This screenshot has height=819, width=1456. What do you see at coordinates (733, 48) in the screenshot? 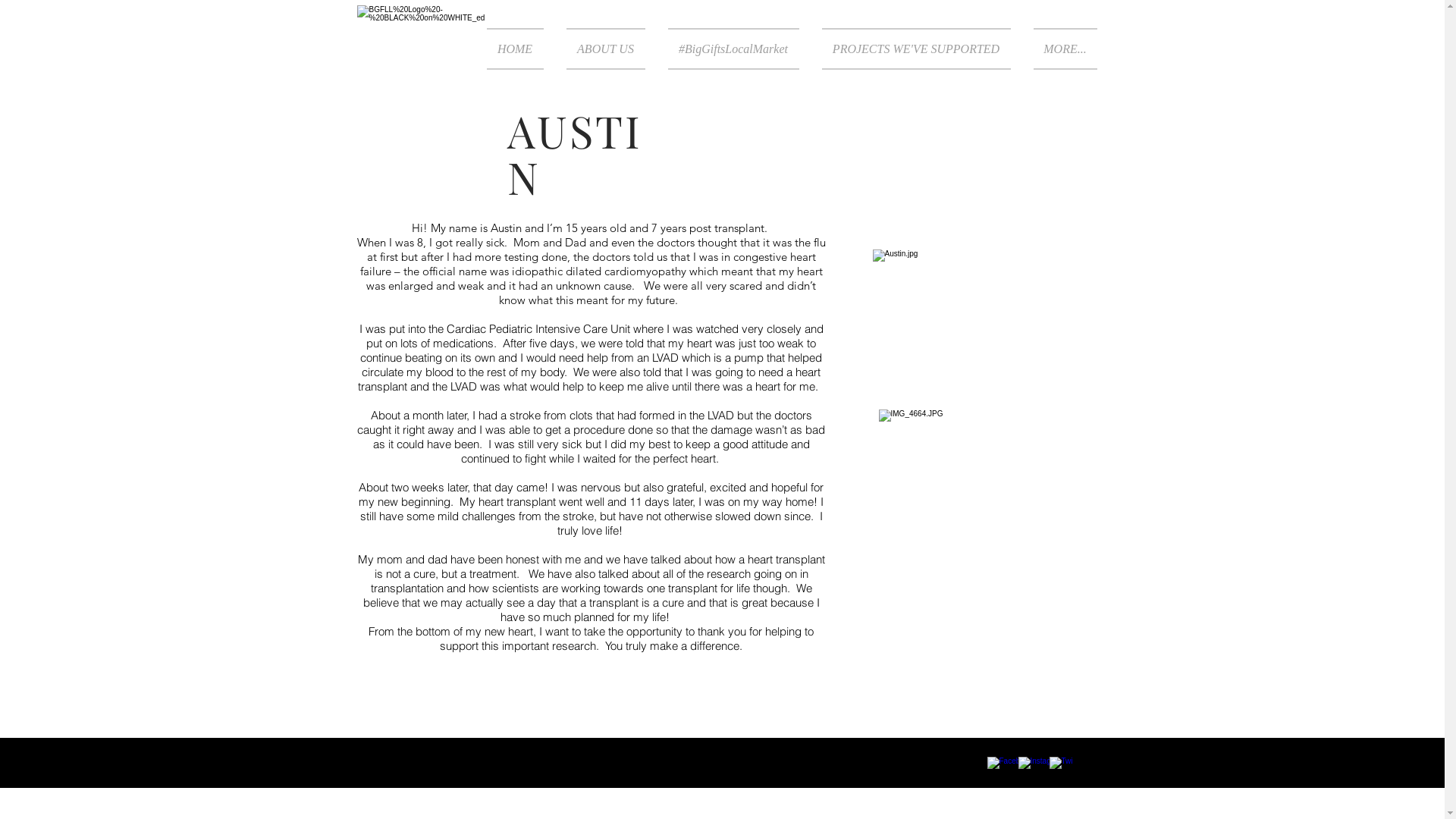
I see `'#BigGiftsLocalMarket'` at bounding box center [733, 48].